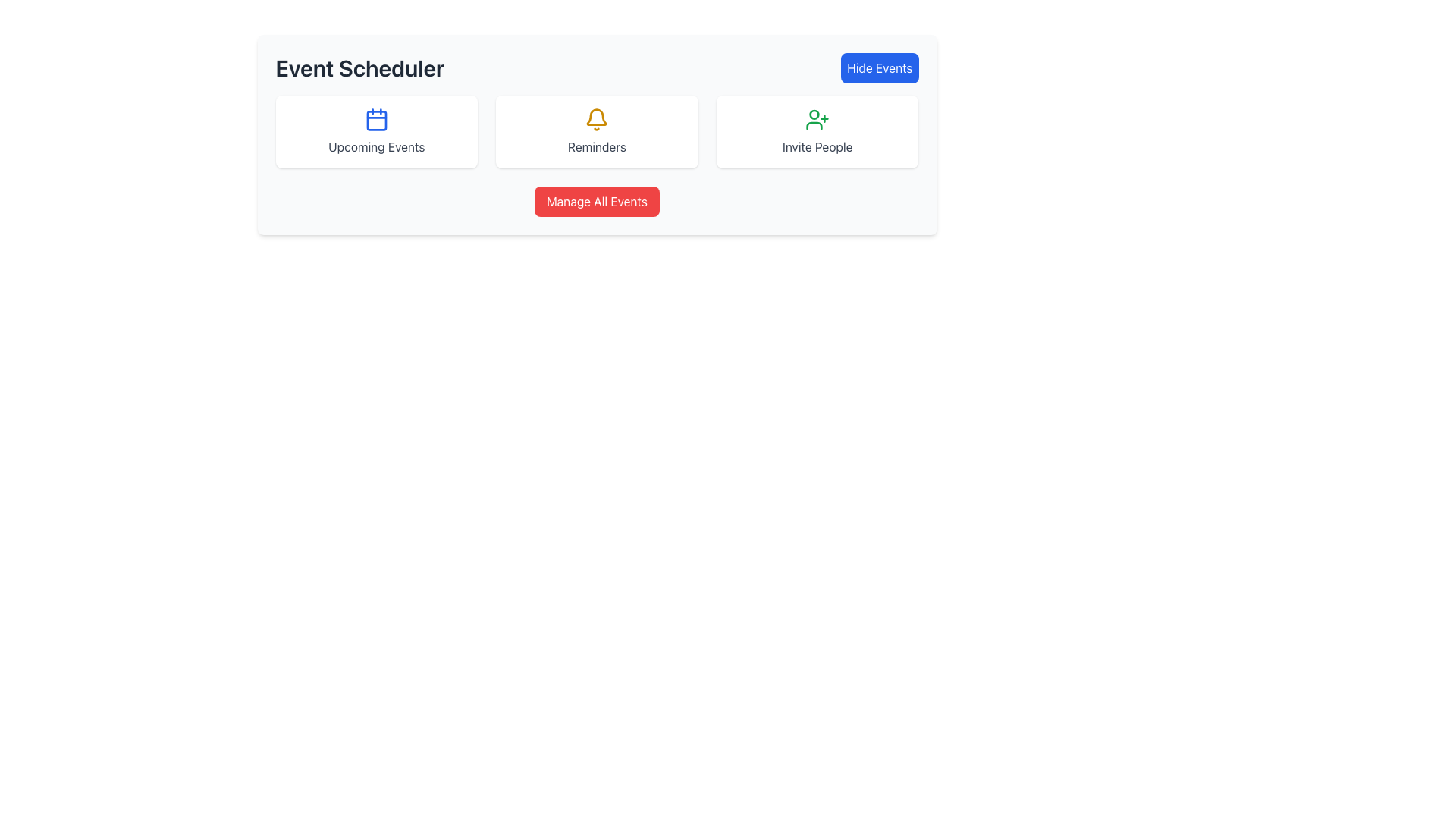 The height and width of the screenshot is (819, 1456). What do you see at coordinates (596, 201) in the screenshot?
I see `the central button below 'Upcoming Events', 'Reminders', and 'Invite People' in the 'Event Scheduler' panel` at bounding box center [596, 201].